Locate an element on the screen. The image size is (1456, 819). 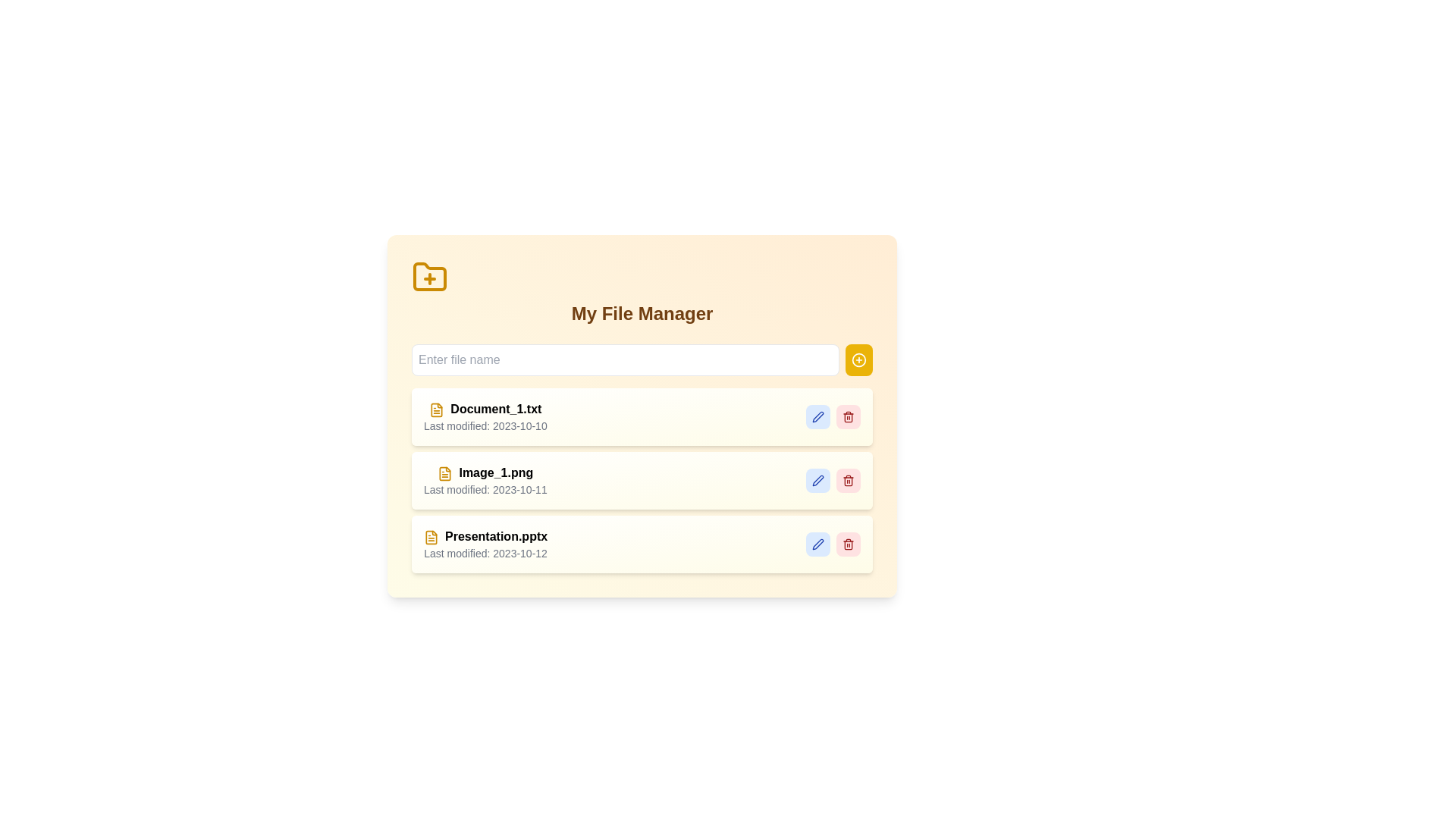
the file type icon representing the 'Presentation.pptx' document is located at coordinates (431, 536).